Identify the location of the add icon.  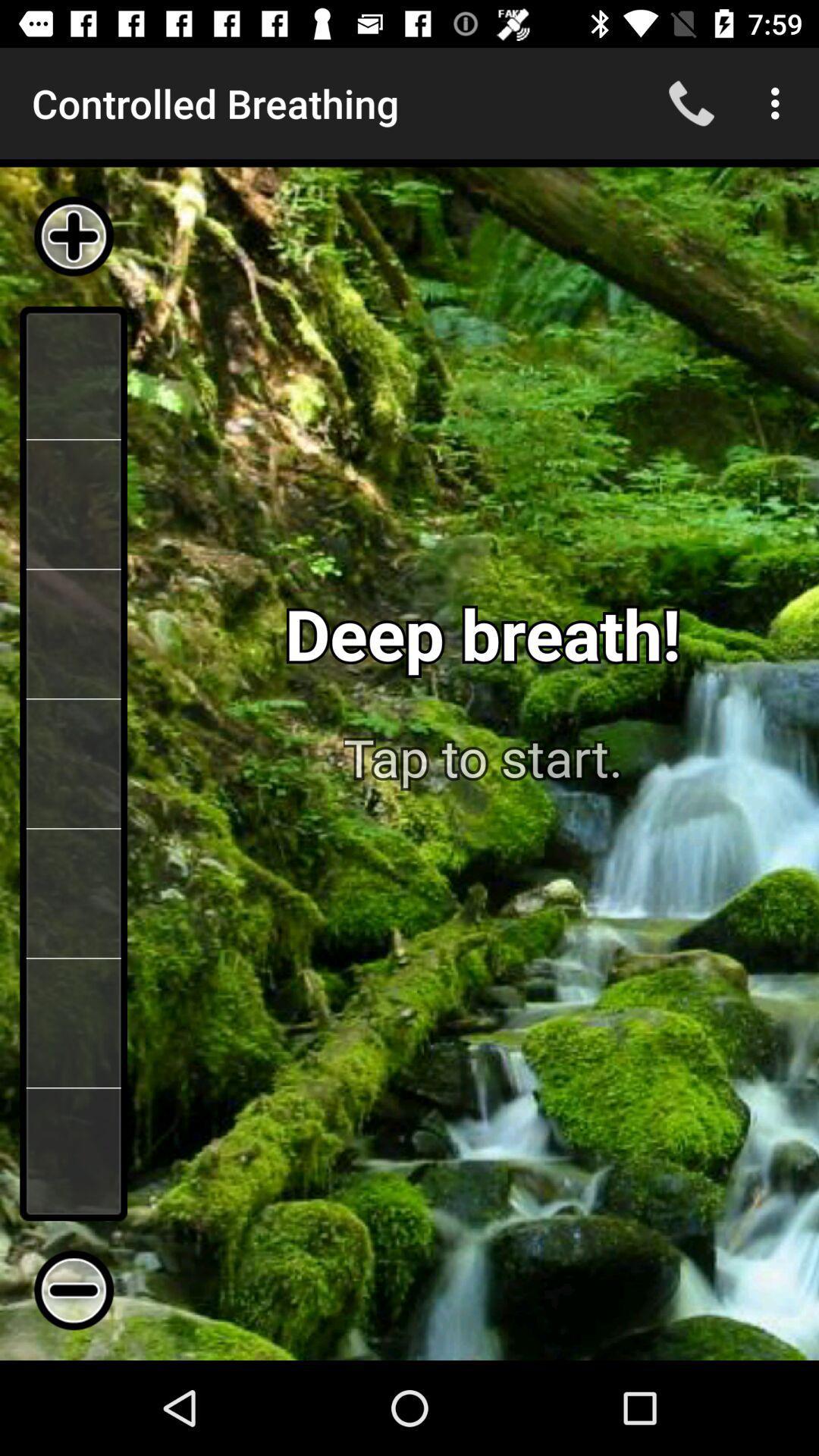
(74, 236).